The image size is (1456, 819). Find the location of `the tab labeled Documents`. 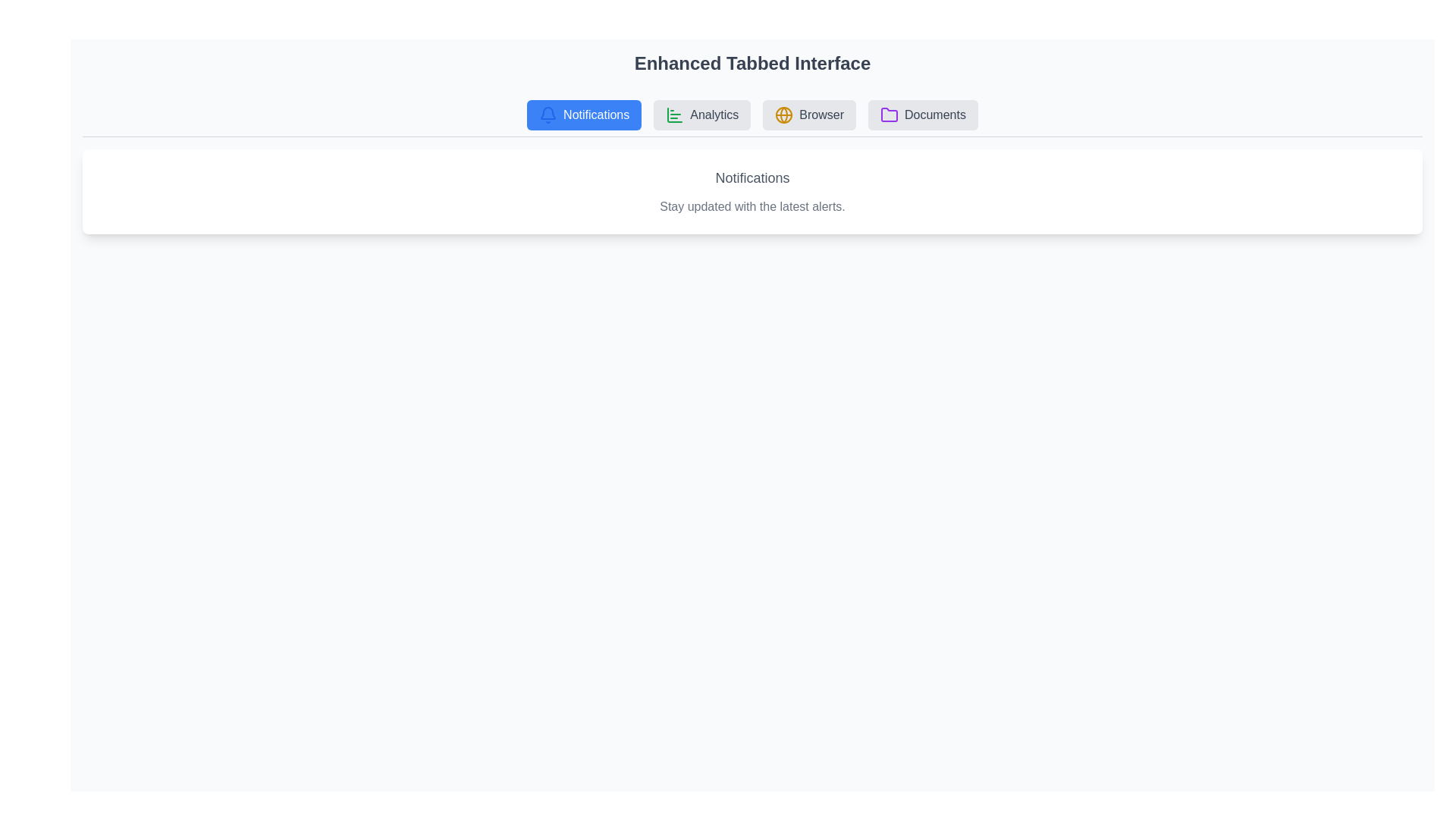

the tab labeled Documents is located at coordinates (922, 114).